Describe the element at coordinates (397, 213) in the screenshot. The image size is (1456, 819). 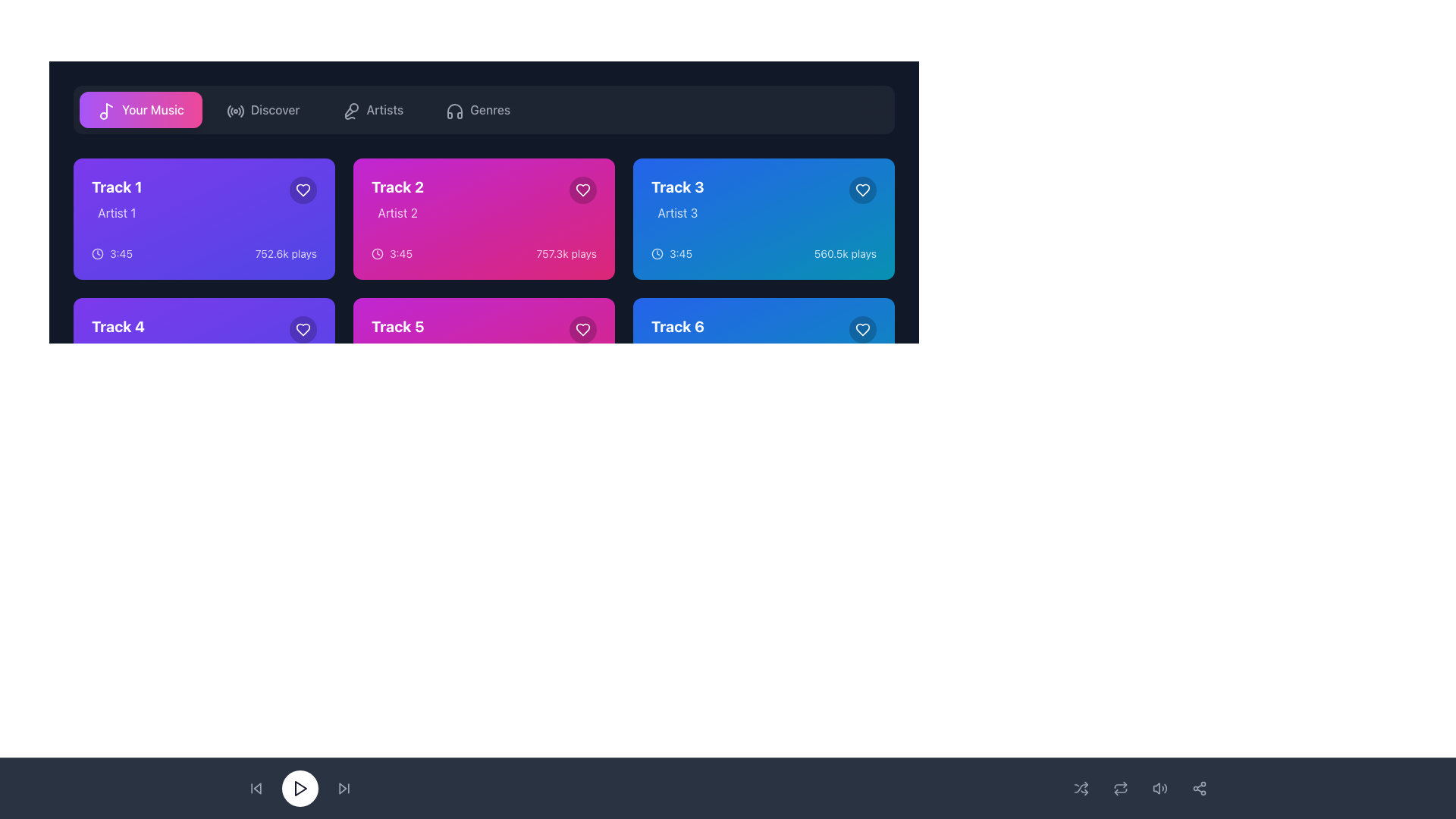
I see `text content of the text label displaying 'Artist 2' located in the pink card beneath the title 'Track 2' in the track grid` at that location.